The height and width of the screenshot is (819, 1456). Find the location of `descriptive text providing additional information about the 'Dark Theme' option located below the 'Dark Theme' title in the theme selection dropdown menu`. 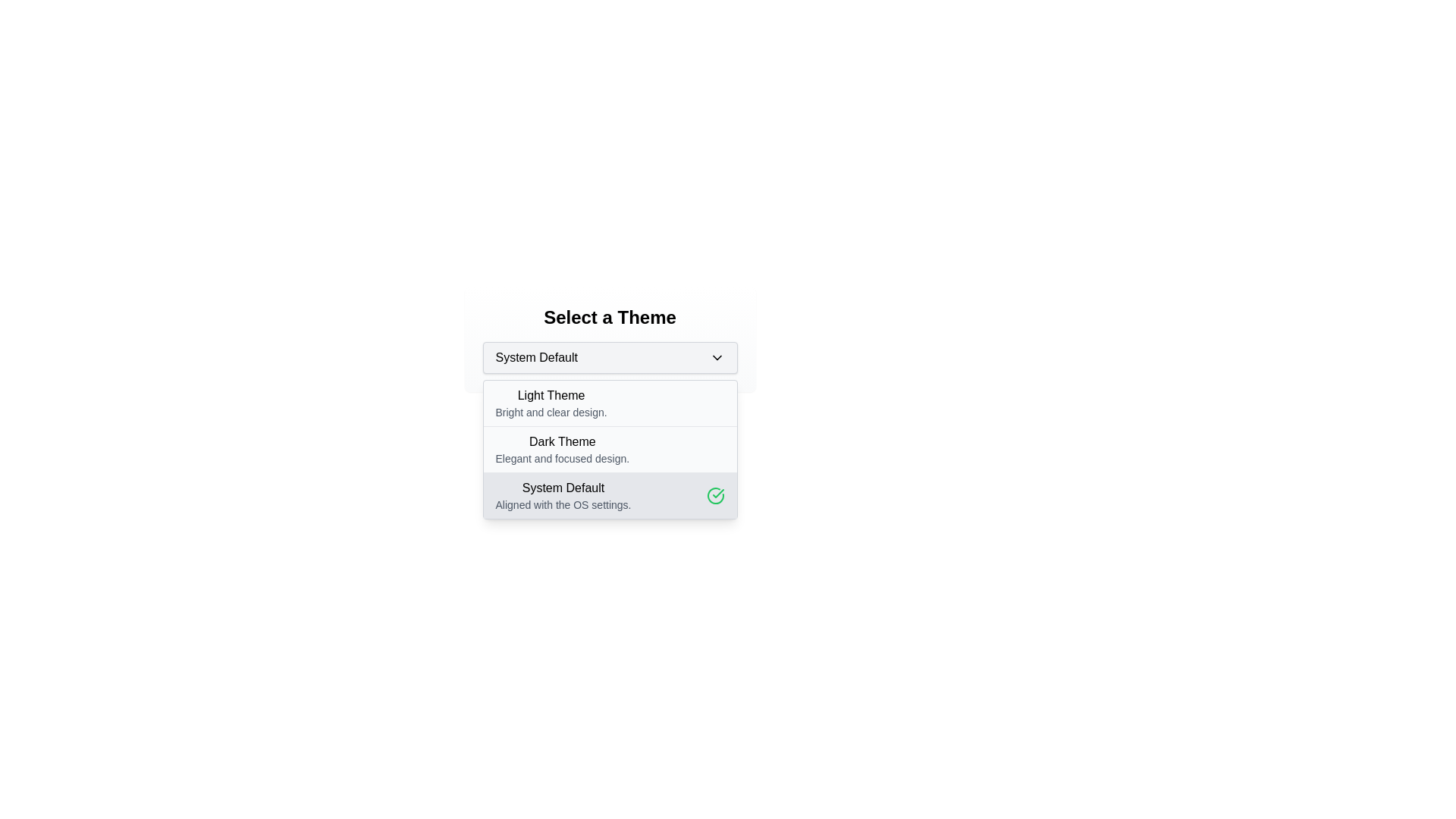

descriptive text providing additional information about the 'Dark Theme' option located below the 'Dark Theme' title in the theme selection dropdown menu is located at coordinates (561, 458).